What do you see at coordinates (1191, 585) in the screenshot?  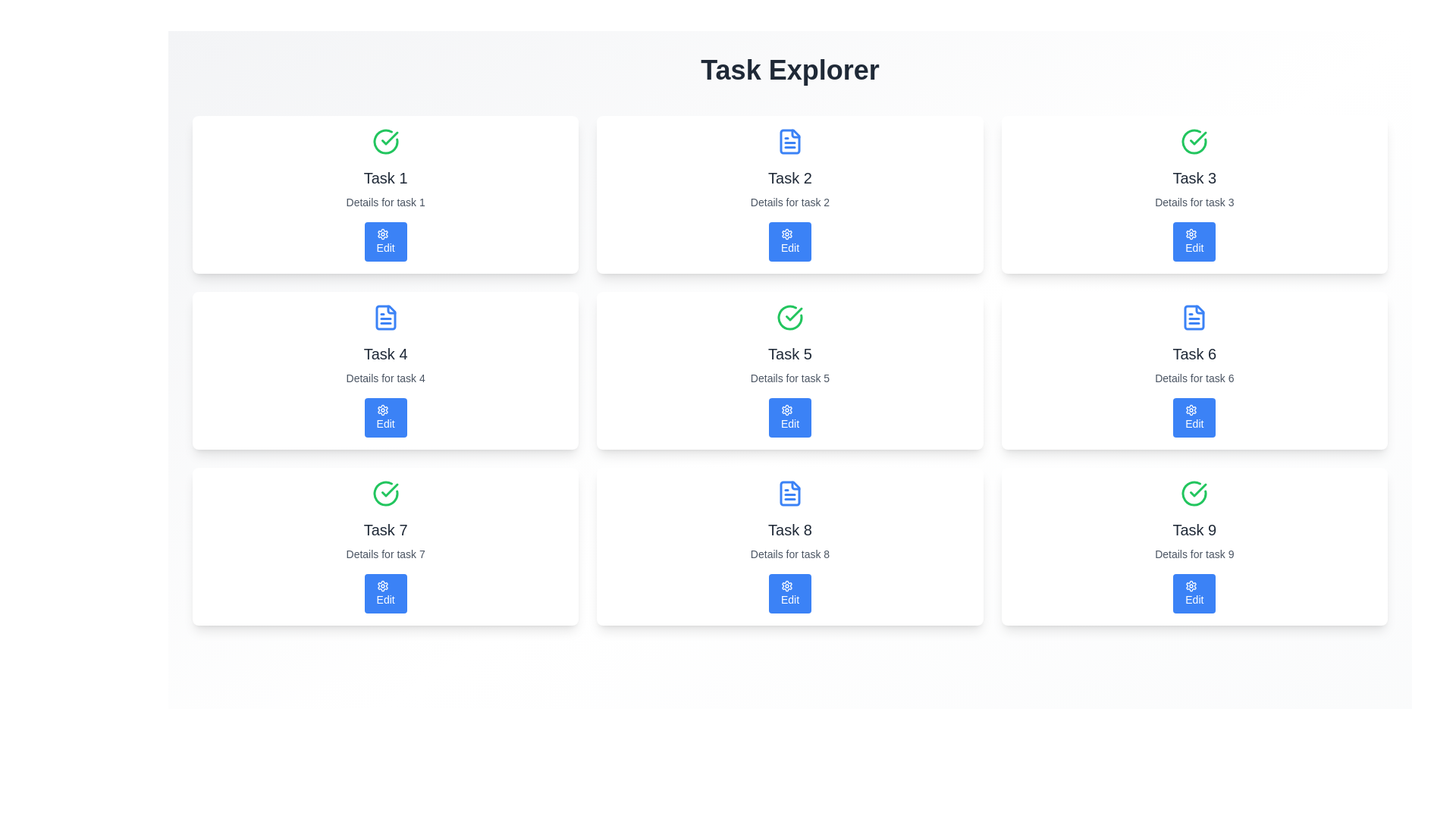 I see `the gear icon within the blue 'Edit' button located in the bottom-right quadrant of the 'Task 7' panel` at bounding box center [1191, 585].